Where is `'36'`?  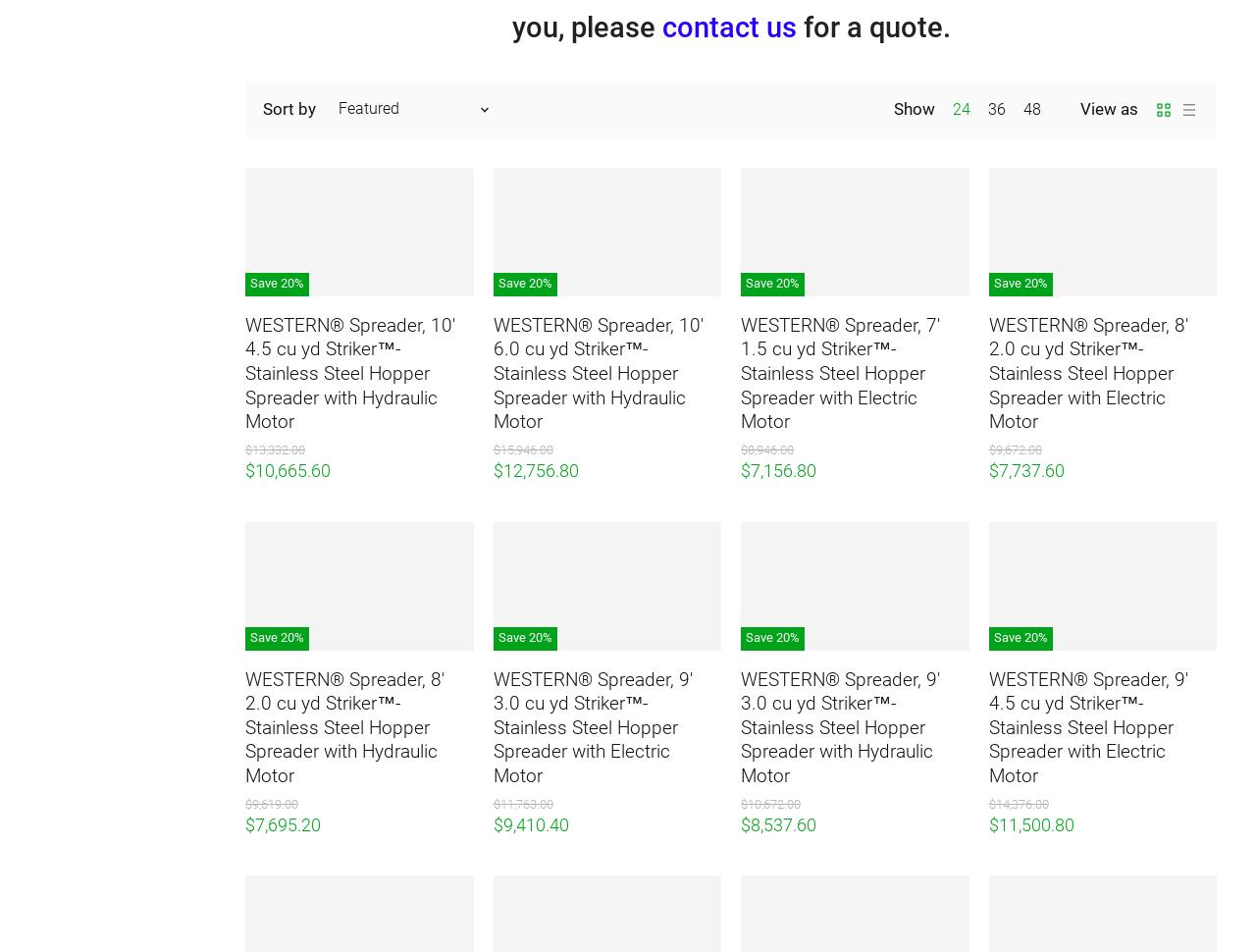
'36' is located at coordinates (996, 108).